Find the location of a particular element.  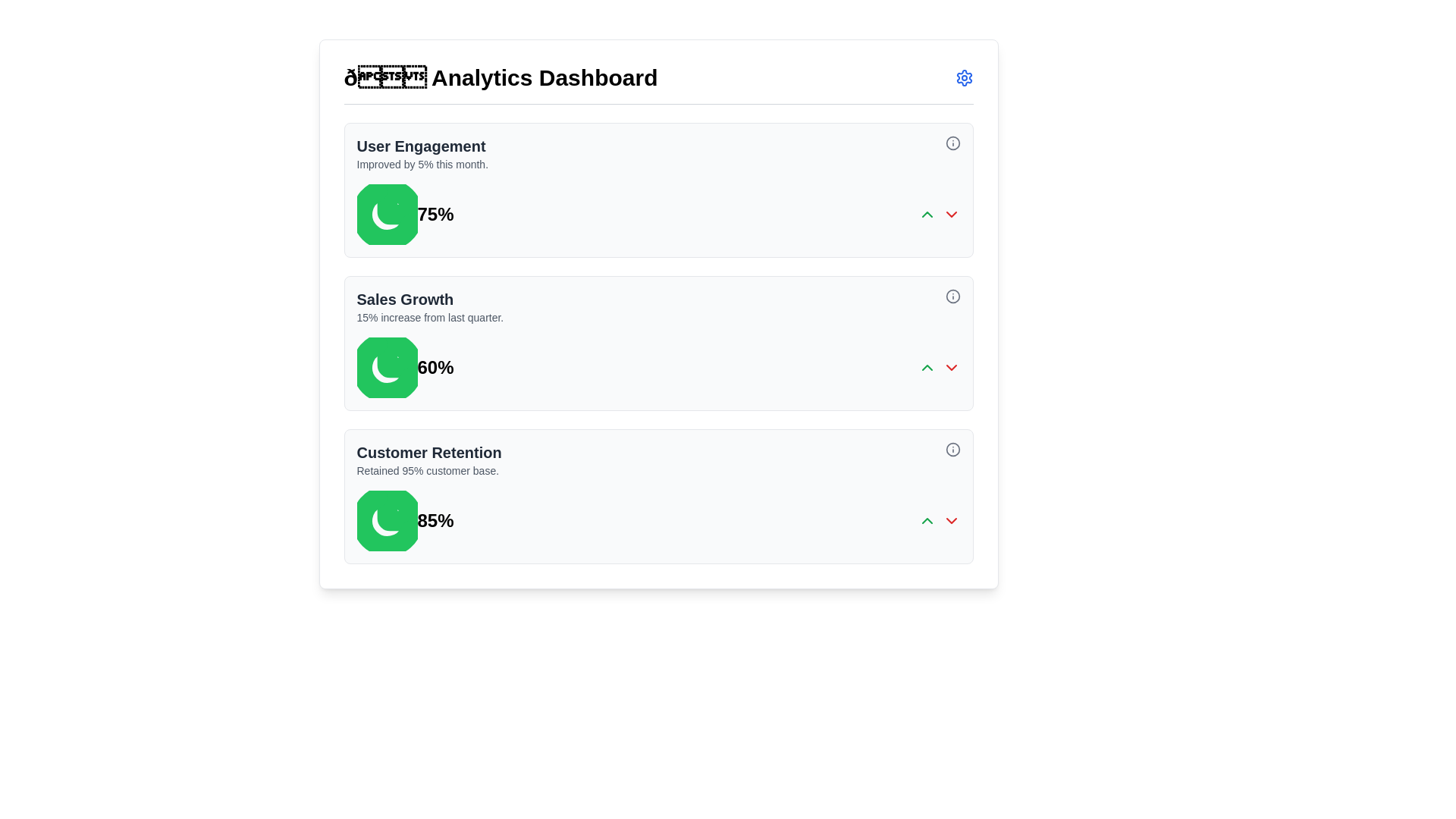

the pie chart segment element located in the bottom-right corner of the 'Customer Retention' card, which is visually represented with black outlines on a white background is located at coordinates (386, 521).